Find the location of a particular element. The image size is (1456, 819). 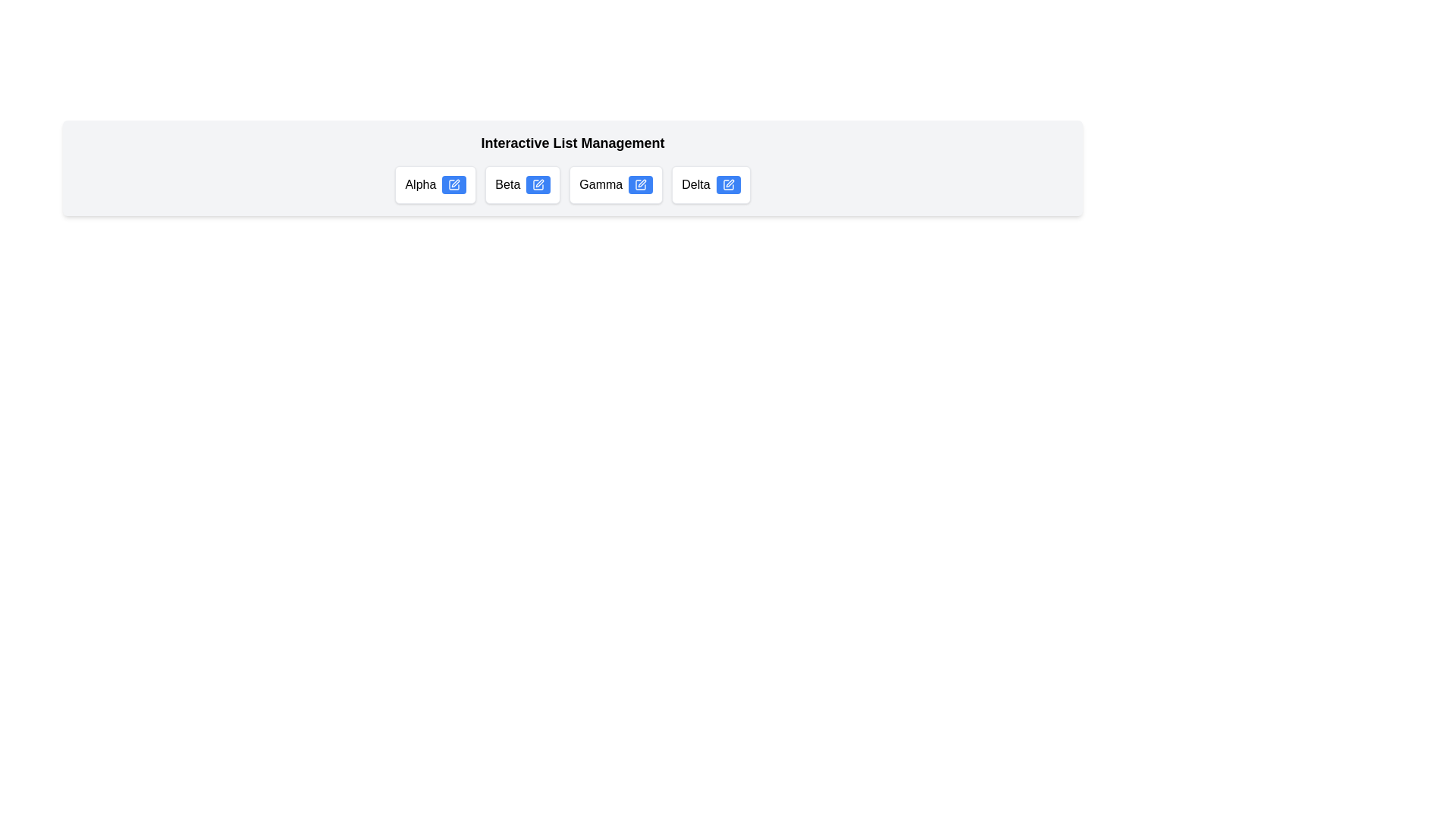

the small blue pen-like icon with a square and pen drawing within it, located in the third button labeled 'Gamma' is located at coordinates (641, 184).